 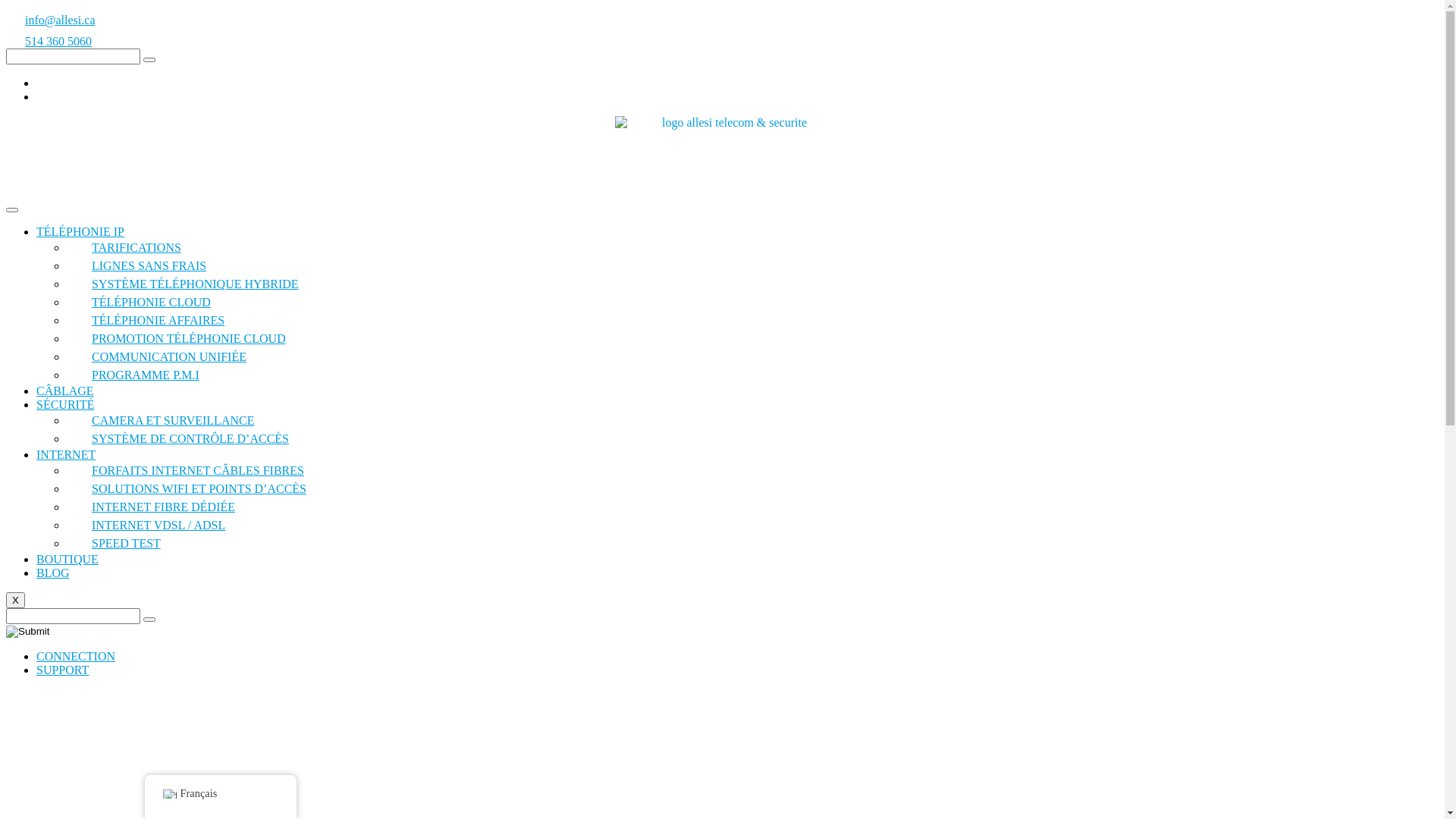 What do you see at coordinates (152, 374) in the screenshot?
I see `'PROGRAMME P.M.I'` at bounding box center [152, 374].